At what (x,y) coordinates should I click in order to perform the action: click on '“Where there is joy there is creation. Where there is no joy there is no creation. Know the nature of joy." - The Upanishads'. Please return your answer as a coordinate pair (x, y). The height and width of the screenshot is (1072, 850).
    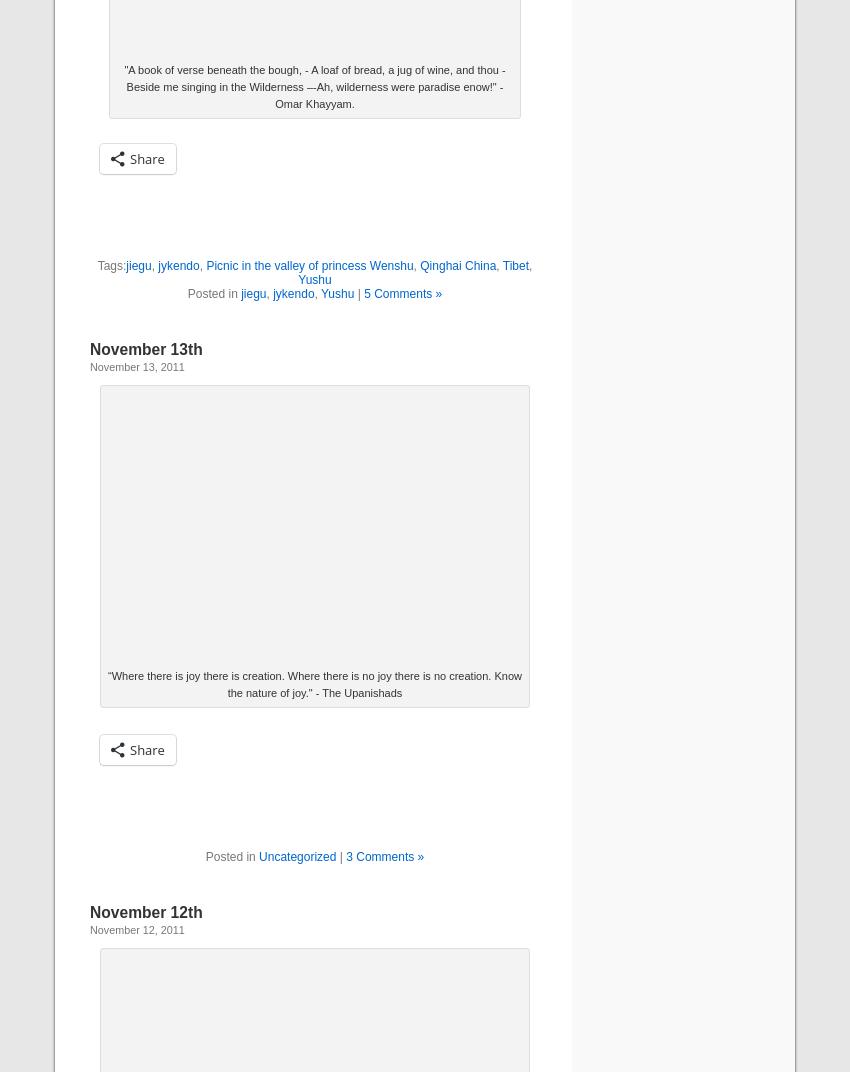
    Looking at the image, I should click on (314, 683).